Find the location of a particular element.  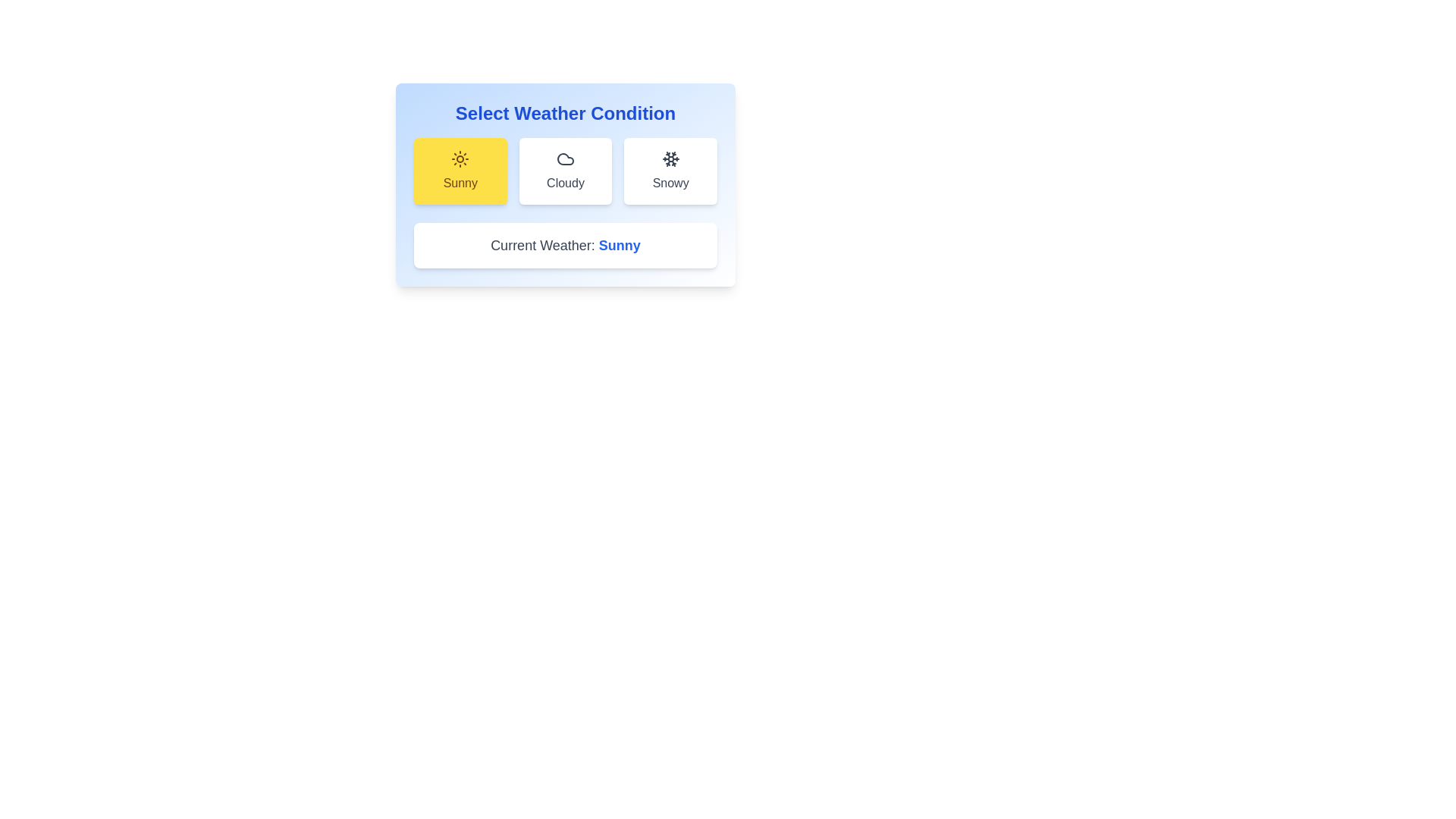

the snowflake icon located in the 'Snowy' option of the weather selection interface is located at coordinates (670, 158).